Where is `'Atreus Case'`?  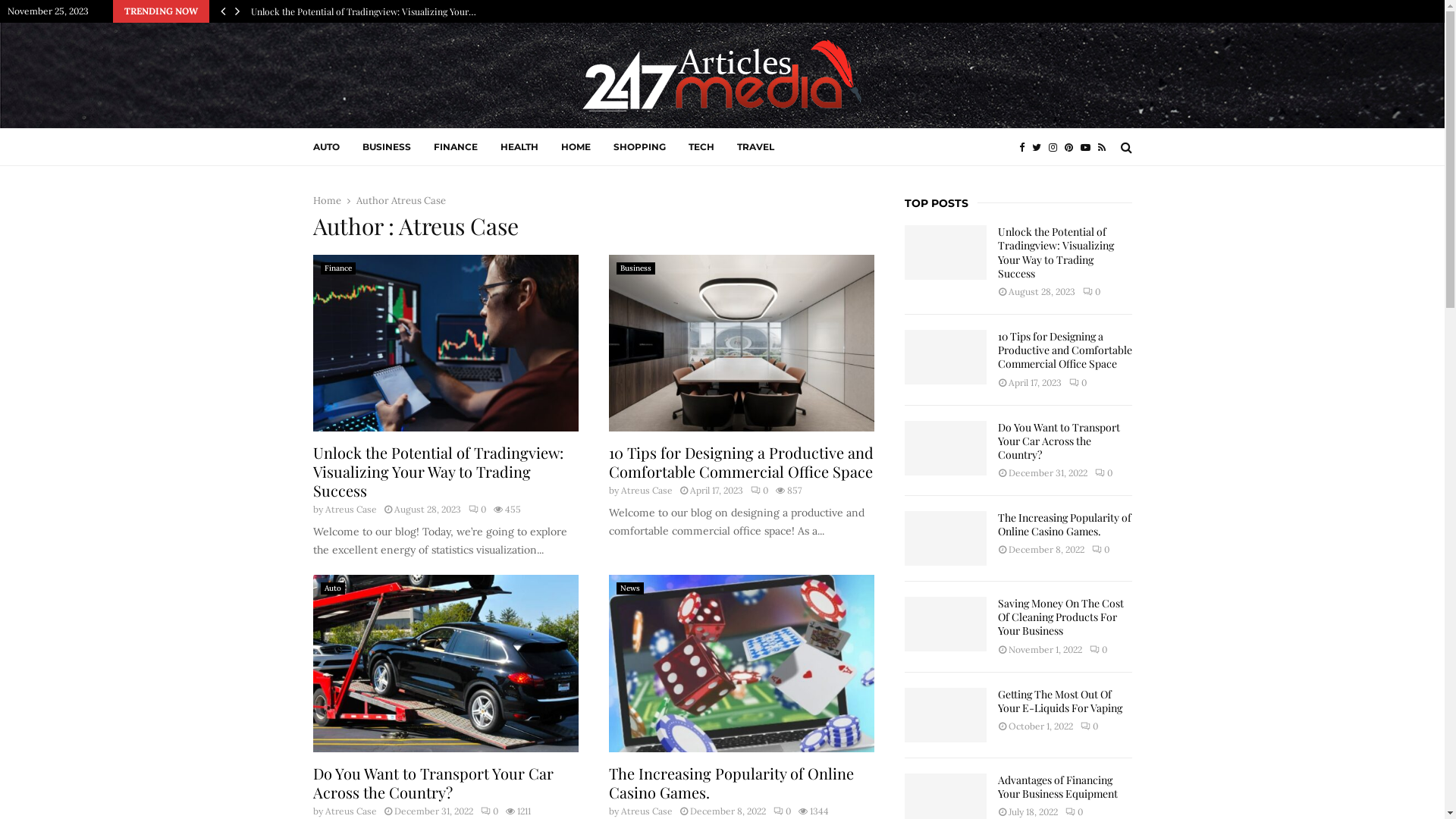
'Atreus Case' is located at coordinates (620, 490).